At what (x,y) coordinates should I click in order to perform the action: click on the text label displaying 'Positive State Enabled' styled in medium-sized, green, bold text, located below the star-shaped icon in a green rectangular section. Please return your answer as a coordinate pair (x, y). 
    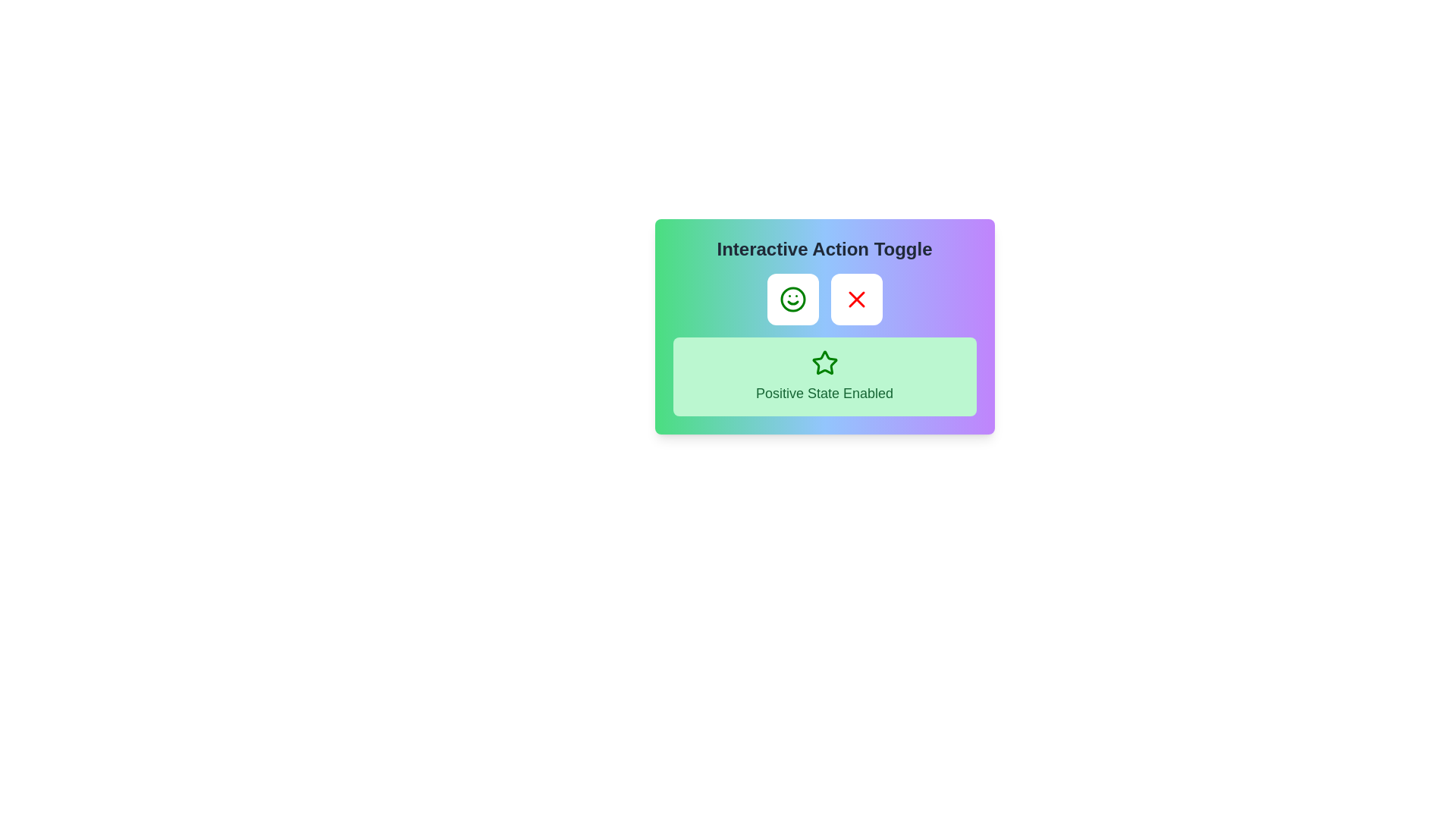
    Looking at the image, I should click on (824, 393).